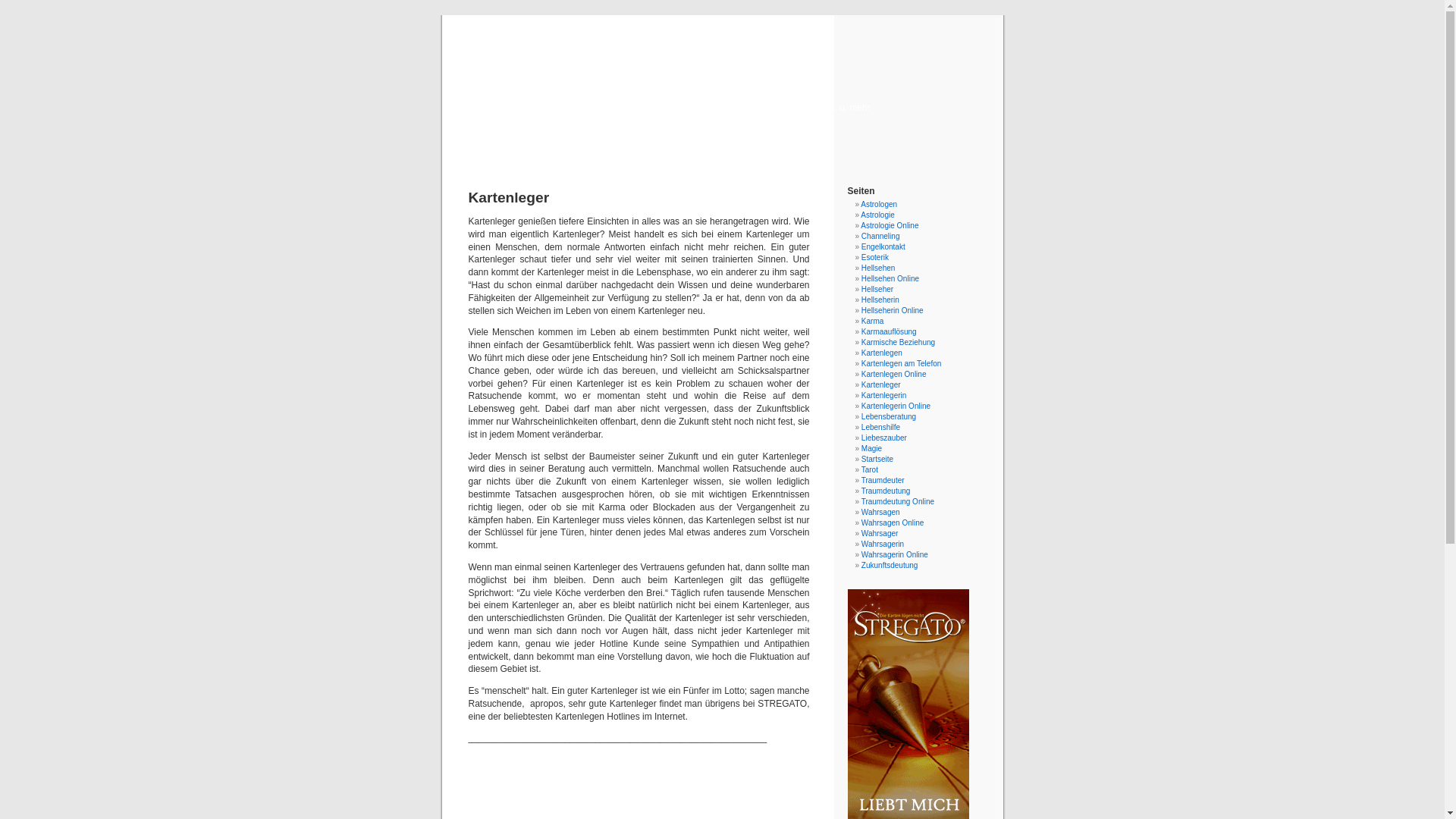  What do you see at coordinates (861, 522) in the screenshot?
I see `'Wahrsagen Online'` at bounding box center [861, 522].